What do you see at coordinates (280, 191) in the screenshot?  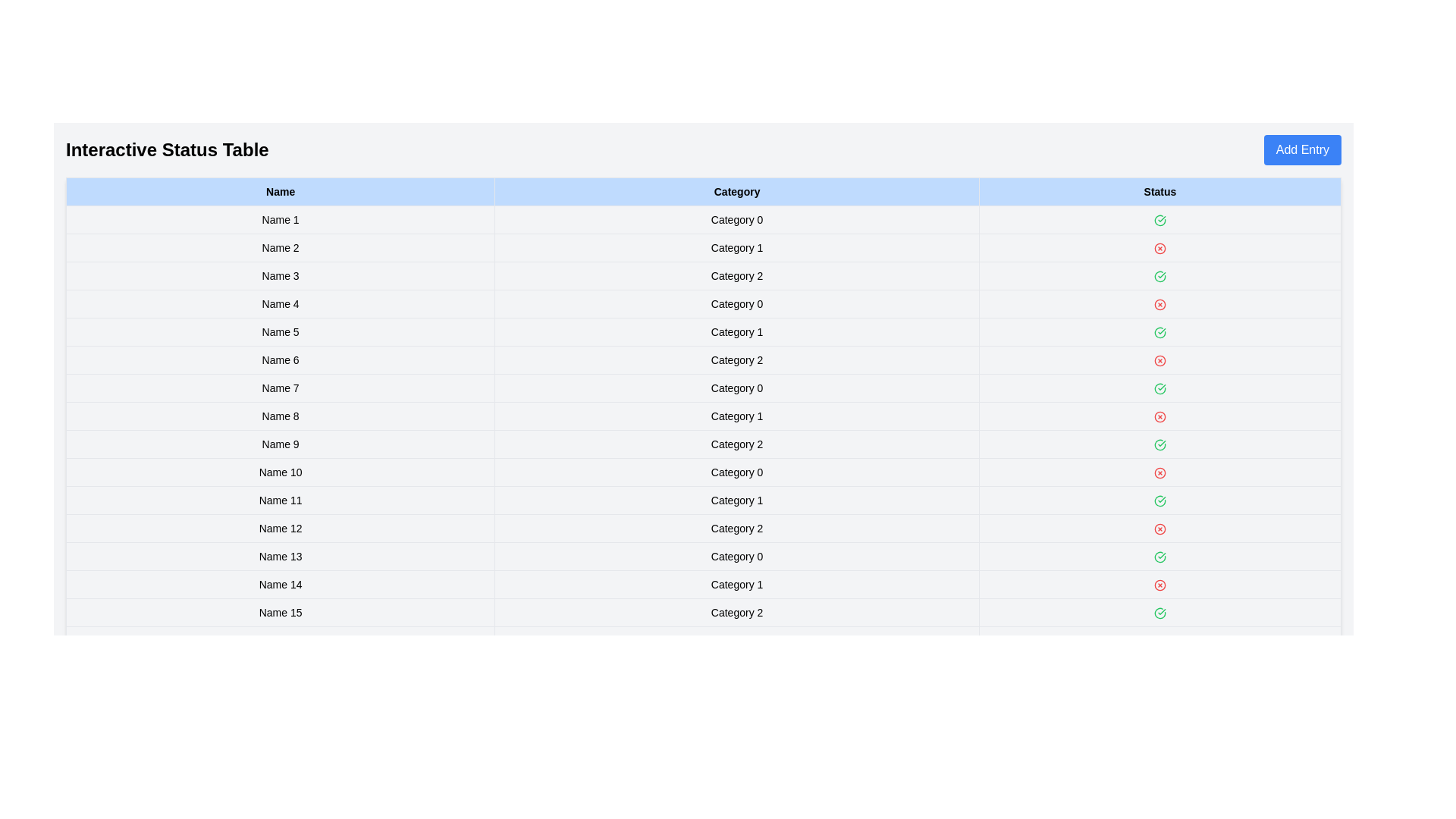 I see `the column header to sort the table by Name` at bounding box center [280, 191].